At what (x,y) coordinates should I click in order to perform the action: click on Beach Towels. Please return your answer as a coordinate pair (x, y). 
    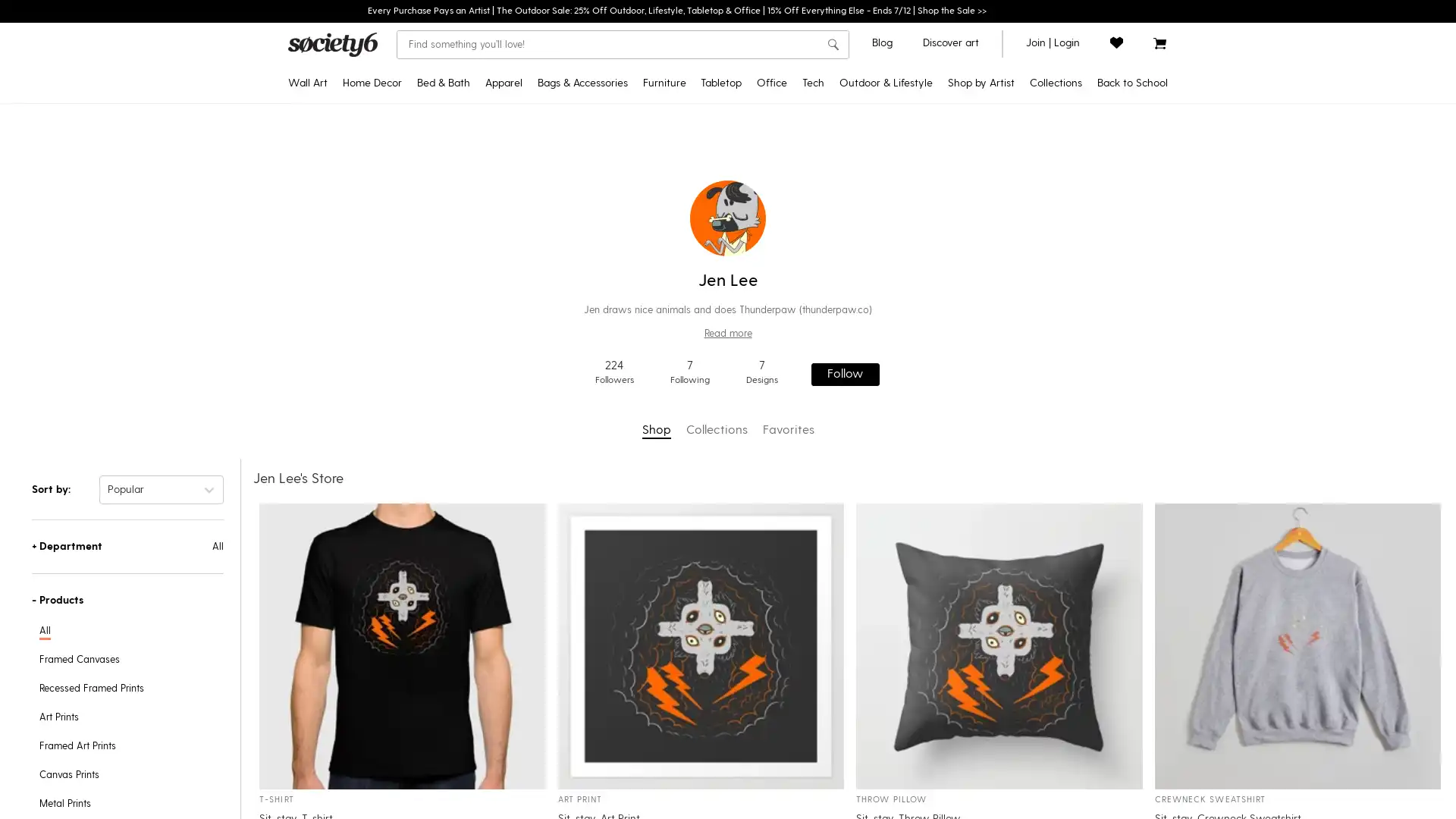
    Looking at the image, I should click on (907, 342).